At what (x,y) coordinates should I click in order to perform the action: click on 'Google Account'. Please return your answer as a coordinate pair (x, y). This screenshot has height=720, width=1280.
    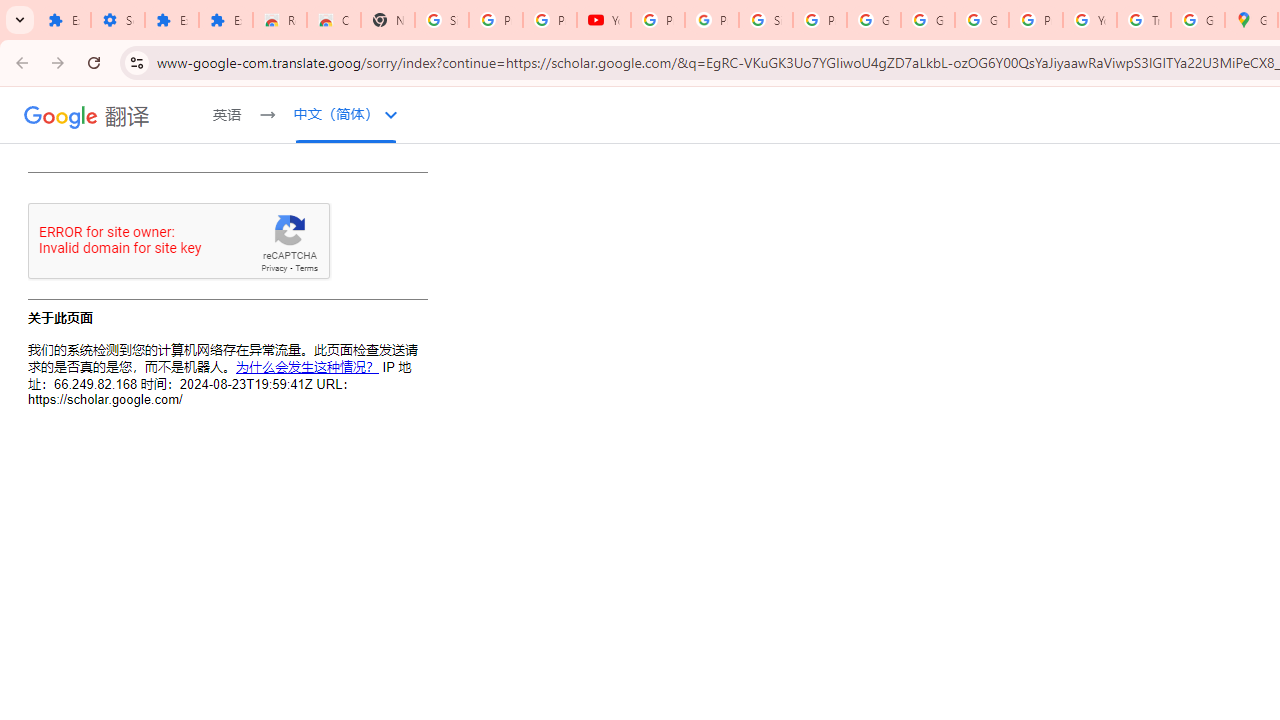
    Looking at the image, I should click on (874, 20).